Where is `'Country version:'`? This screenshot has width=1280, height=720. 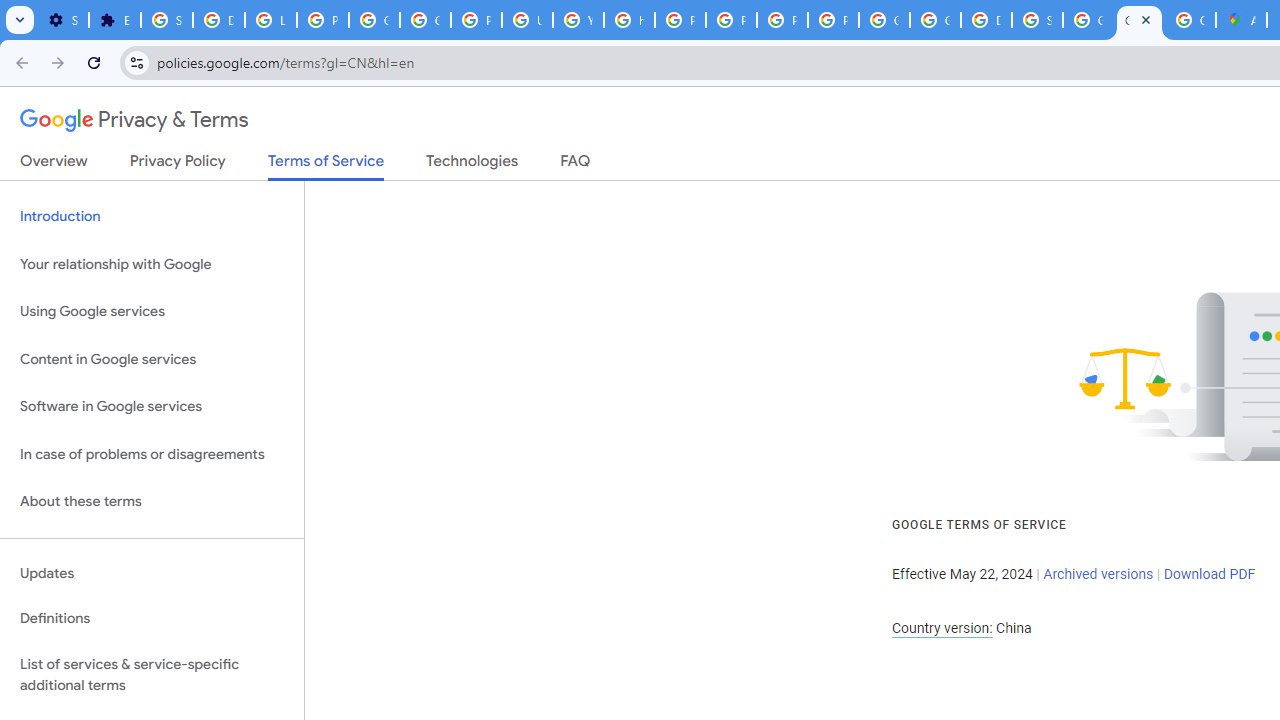
'Country version:' is located at coordinates (941, 627).